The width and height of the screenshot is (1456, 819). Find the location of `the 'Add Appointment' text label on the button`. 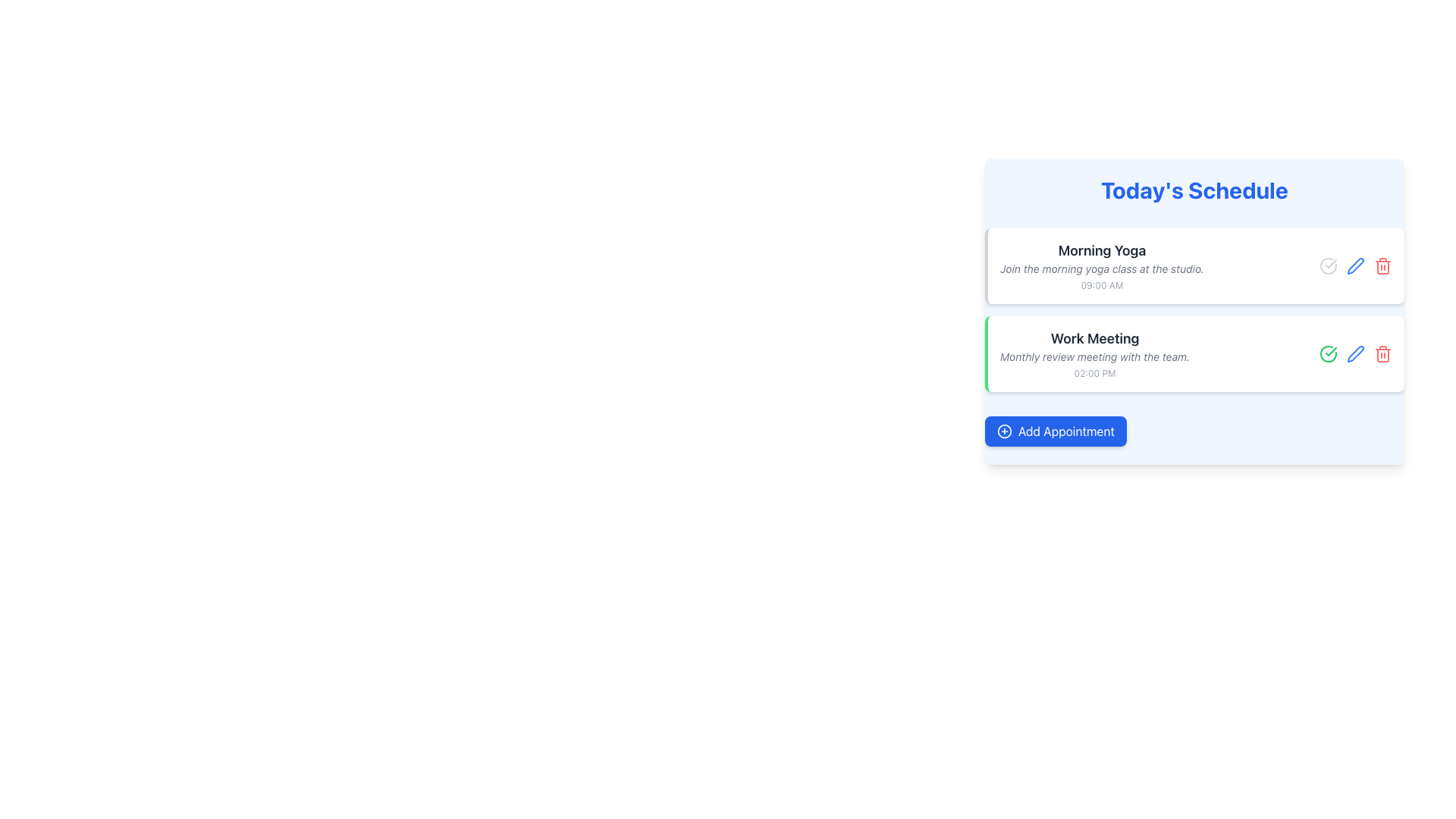

the 'Add Appointment' text label on the button is located at coordinates (1065, 431).